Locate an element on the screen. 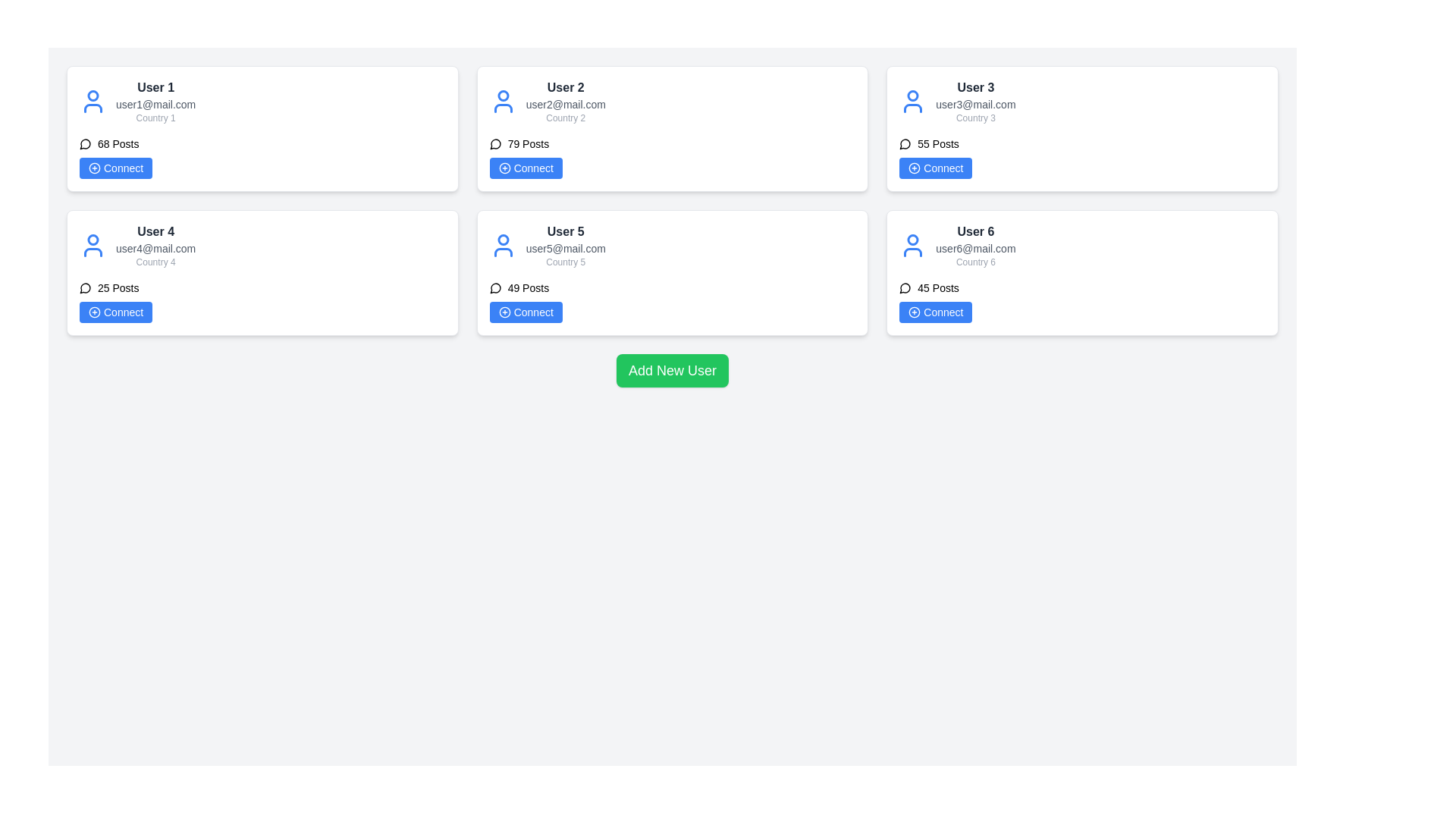 This screenshot has width=1456, height=819. the addition icon located within the 'Connect' button for 'User 3' in the top row, third column of the layout is located at coordinates (914, 168).